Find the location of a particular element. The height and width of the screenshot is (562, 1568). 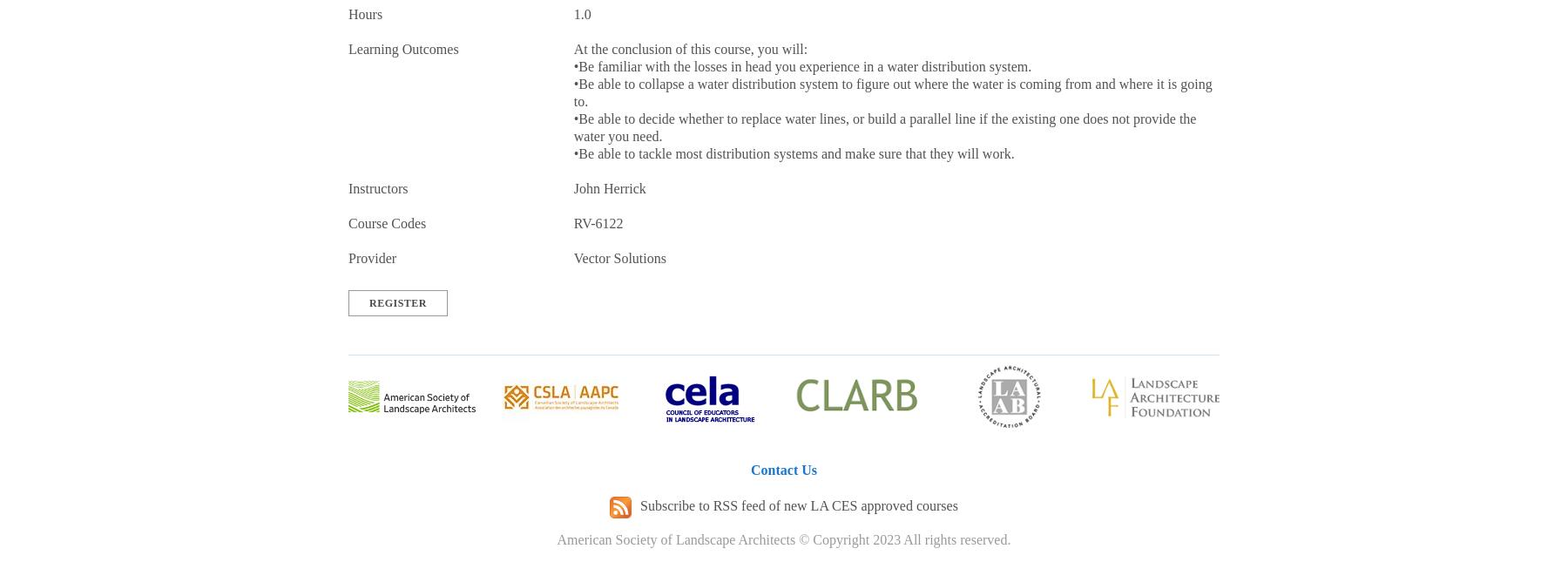

'1.0' is located at coordinates (581, 13).